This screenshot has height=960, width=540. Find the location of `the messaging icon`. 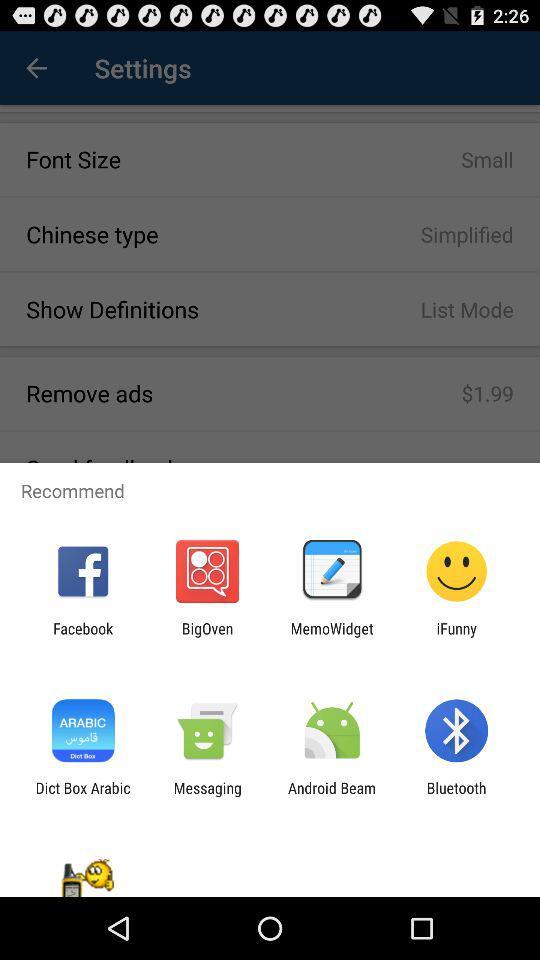

the messaging icon is located at coordinates (206, 796).